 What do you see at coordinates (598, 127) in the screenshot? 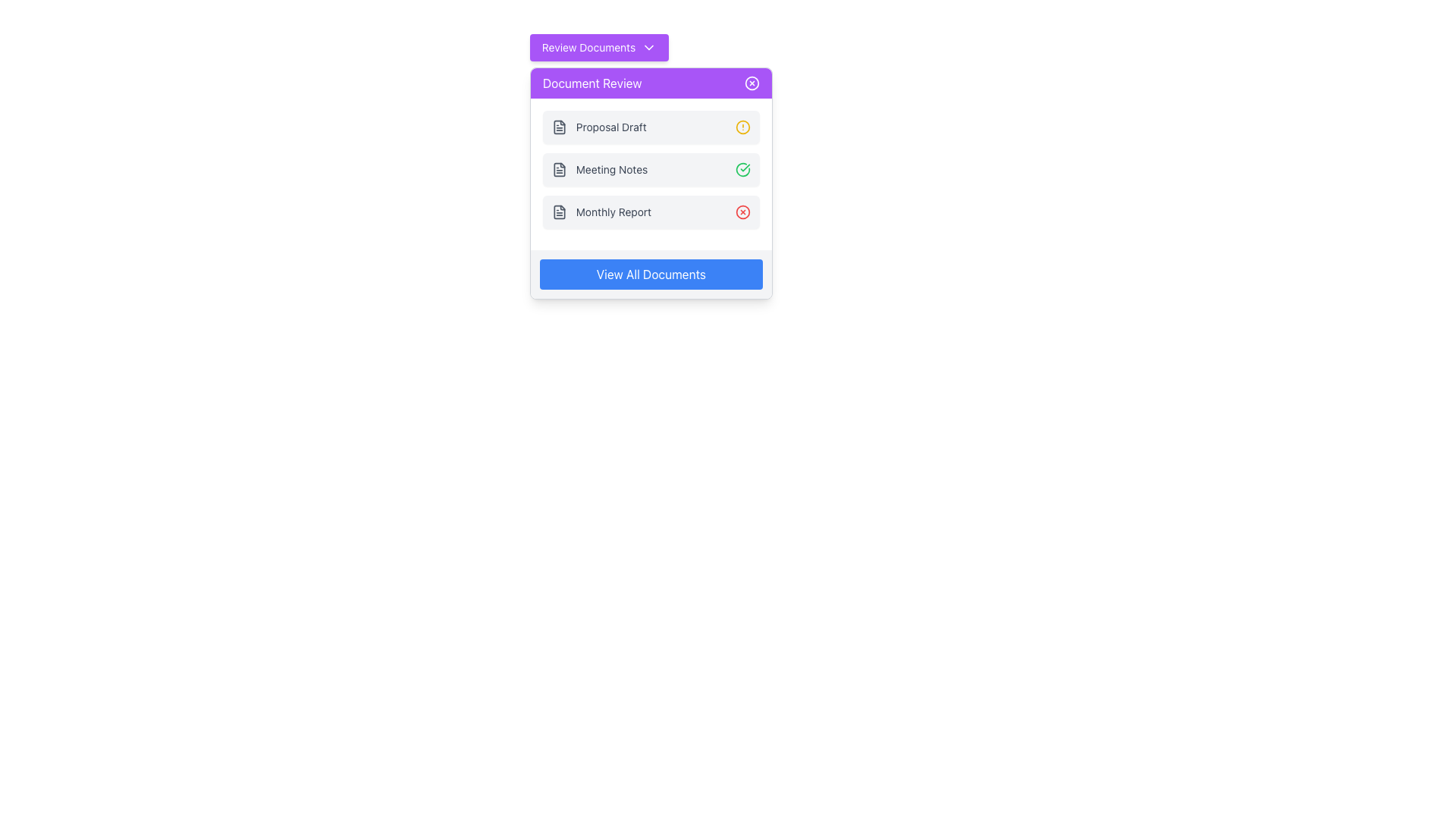
I see `the first list item in the 'Document Review' panel, which displays the title of a document with an associated icon` at bounding box center [598, 127].